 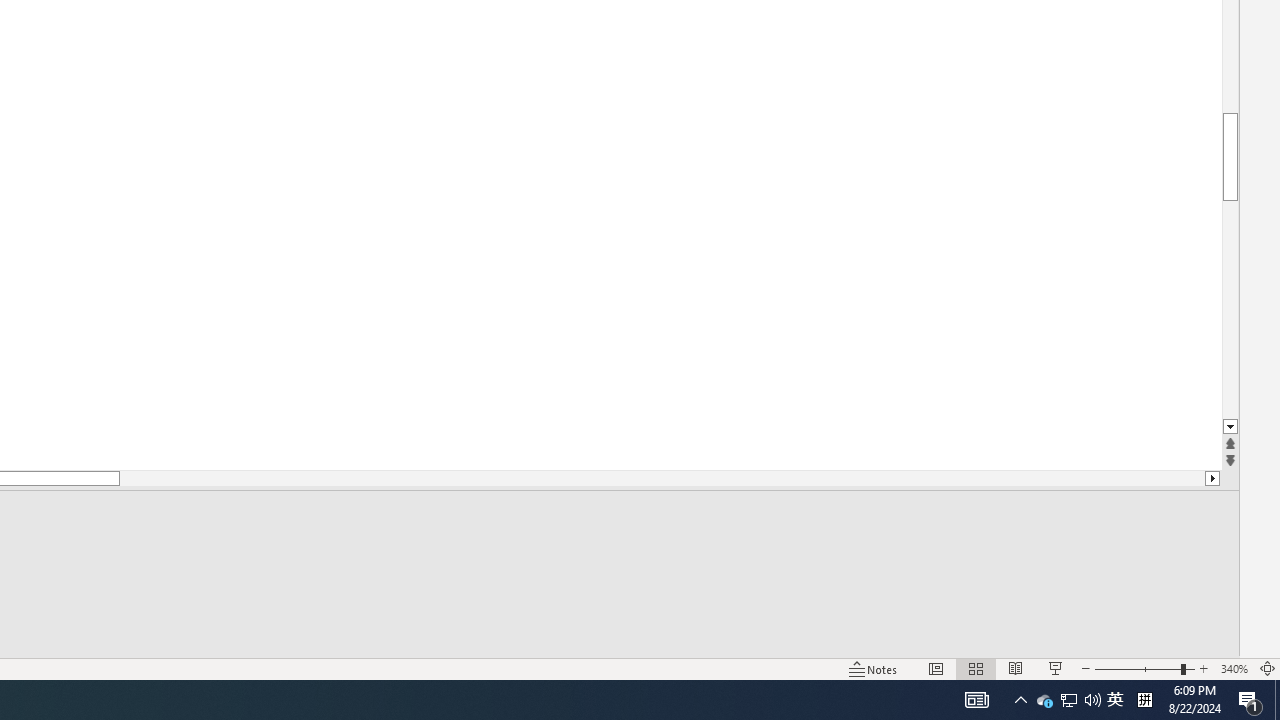 I want to click on 'Zoom 340%', so click(x=1233, y=669).